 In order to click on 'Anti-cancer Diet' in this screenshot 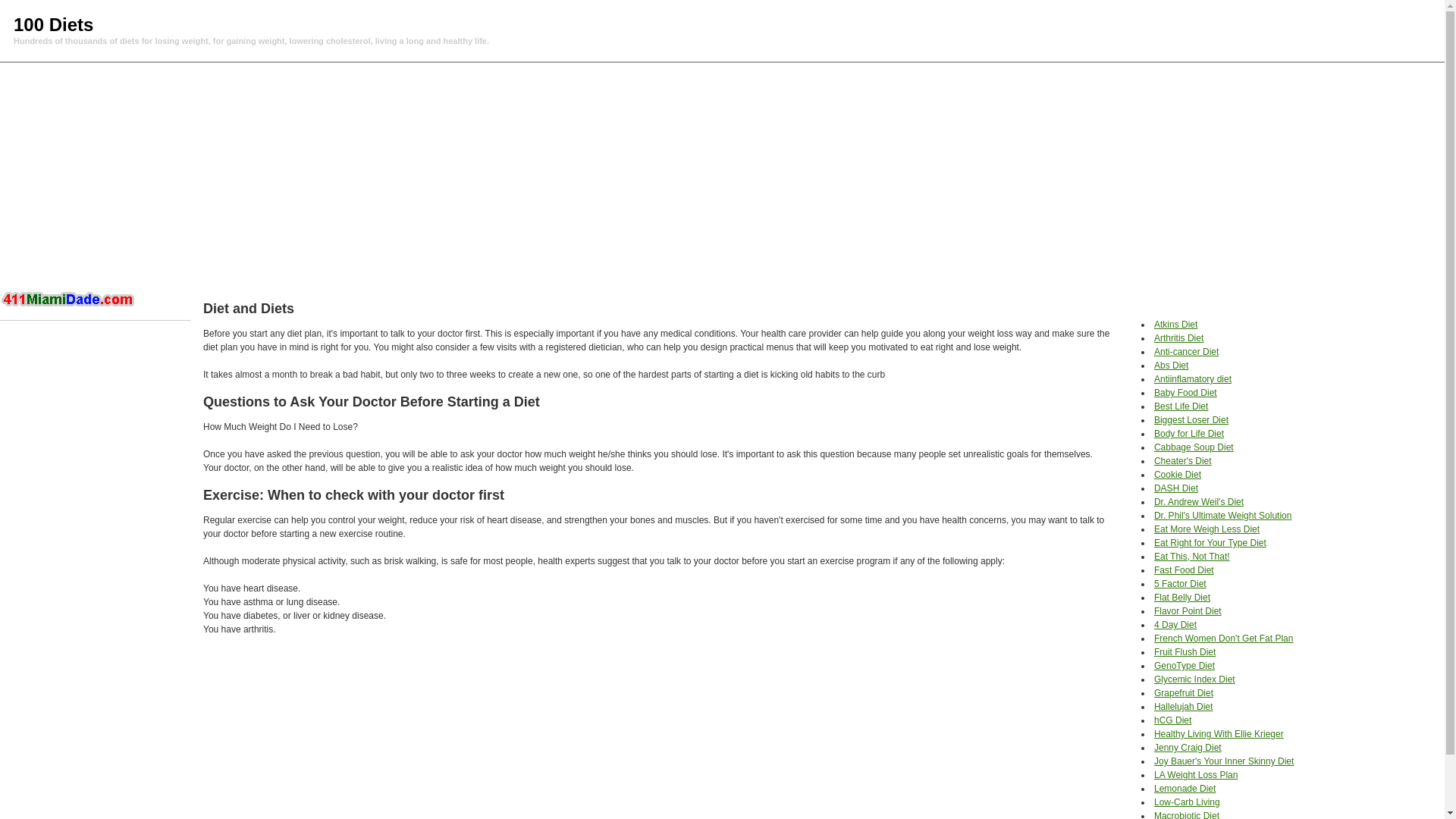, I will do `click(1185, 351)`.